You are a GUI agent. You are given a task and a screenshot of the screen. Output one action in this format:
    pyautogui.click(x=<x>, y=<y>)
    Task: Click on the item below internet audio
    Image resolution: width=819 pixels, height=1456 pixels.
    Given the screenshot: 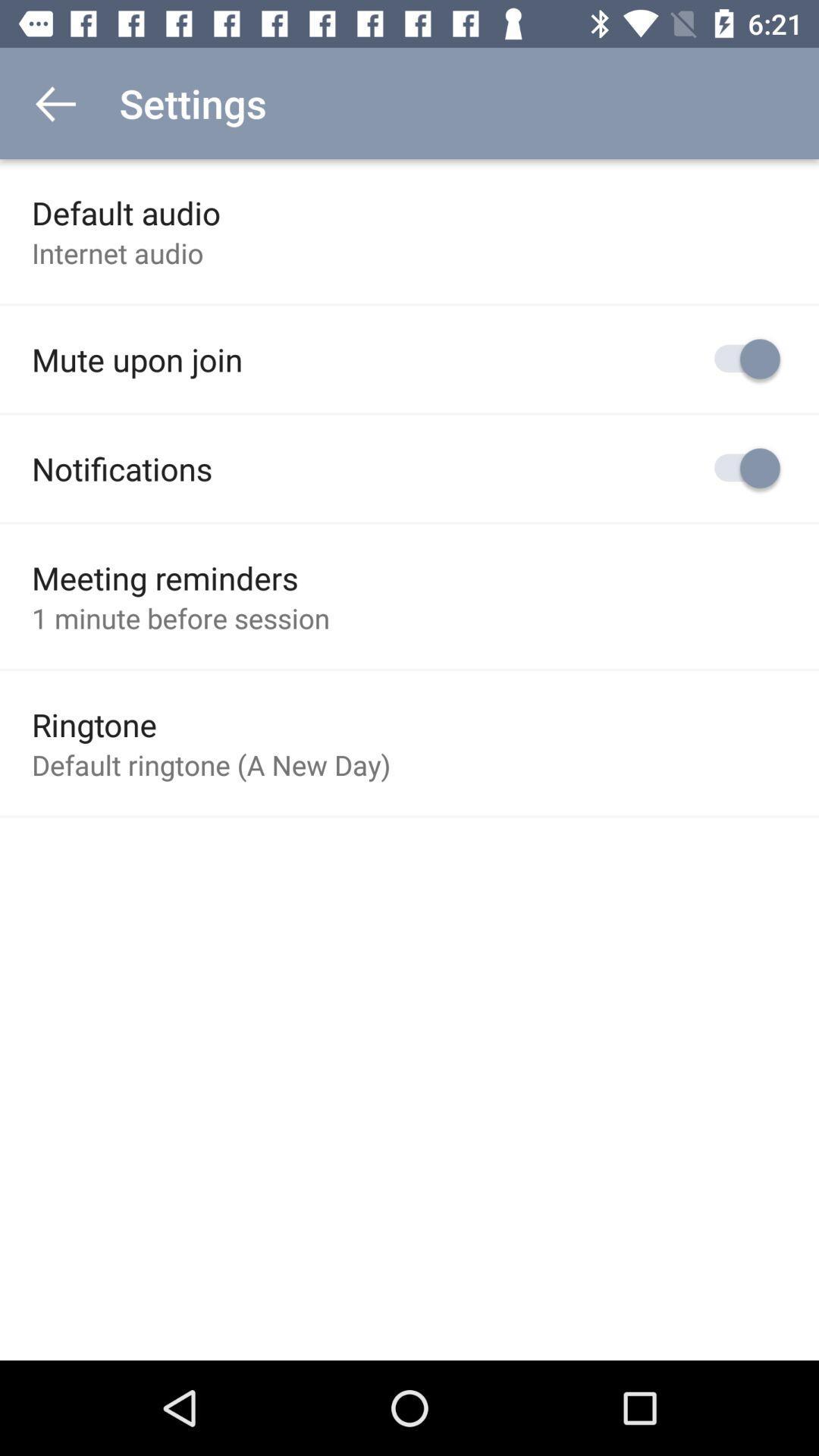 What is the action you would take?
    pyautogui.click(x=137, y=359)
    